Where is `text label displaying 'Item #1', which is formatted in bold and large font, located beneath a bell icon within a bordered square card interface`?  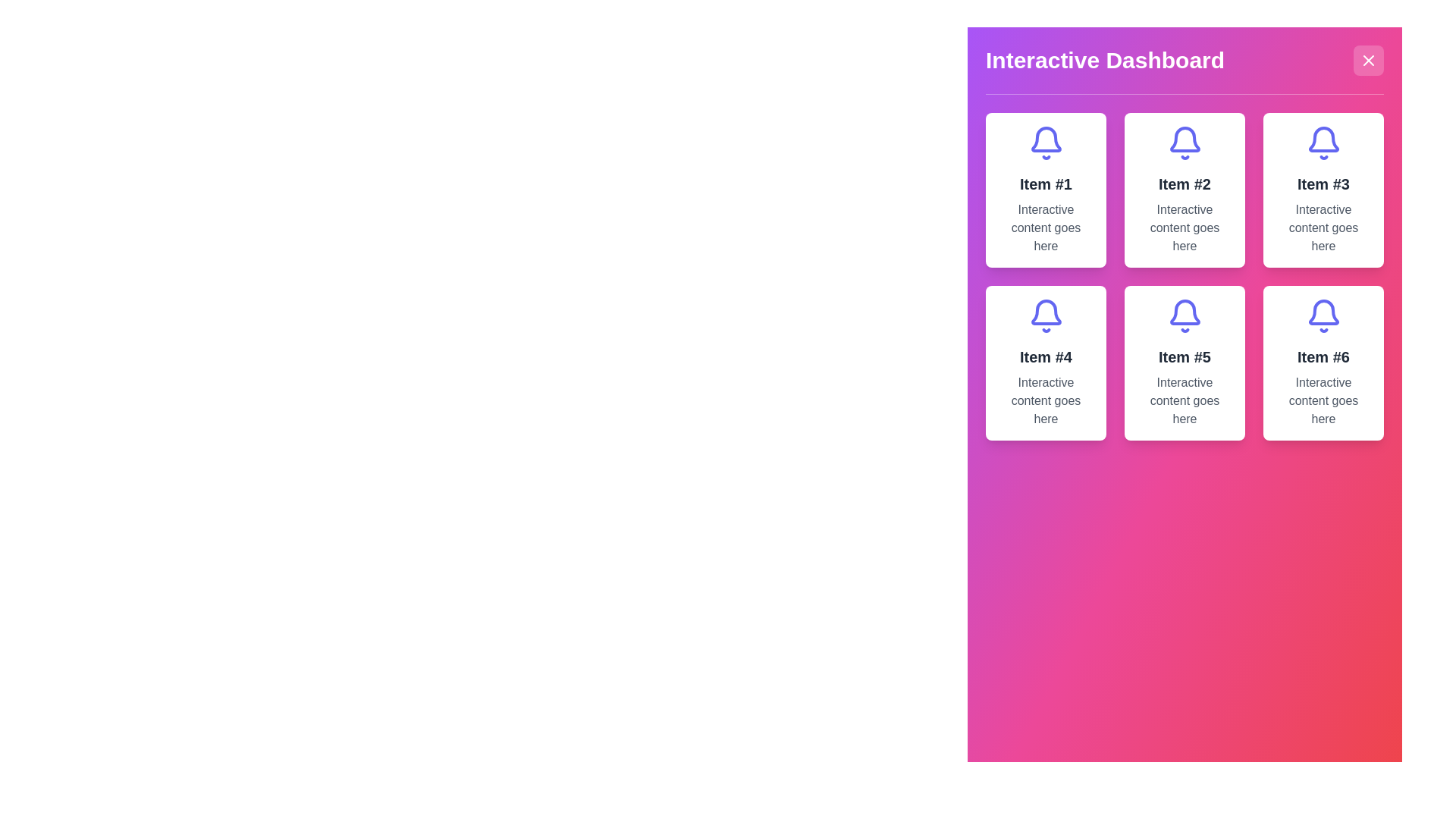
text label displaying 'Item #1', which is formatted in bold and large font, located beneath a bell icon within a bordered square card interface is located at coordinates (1045, 184).